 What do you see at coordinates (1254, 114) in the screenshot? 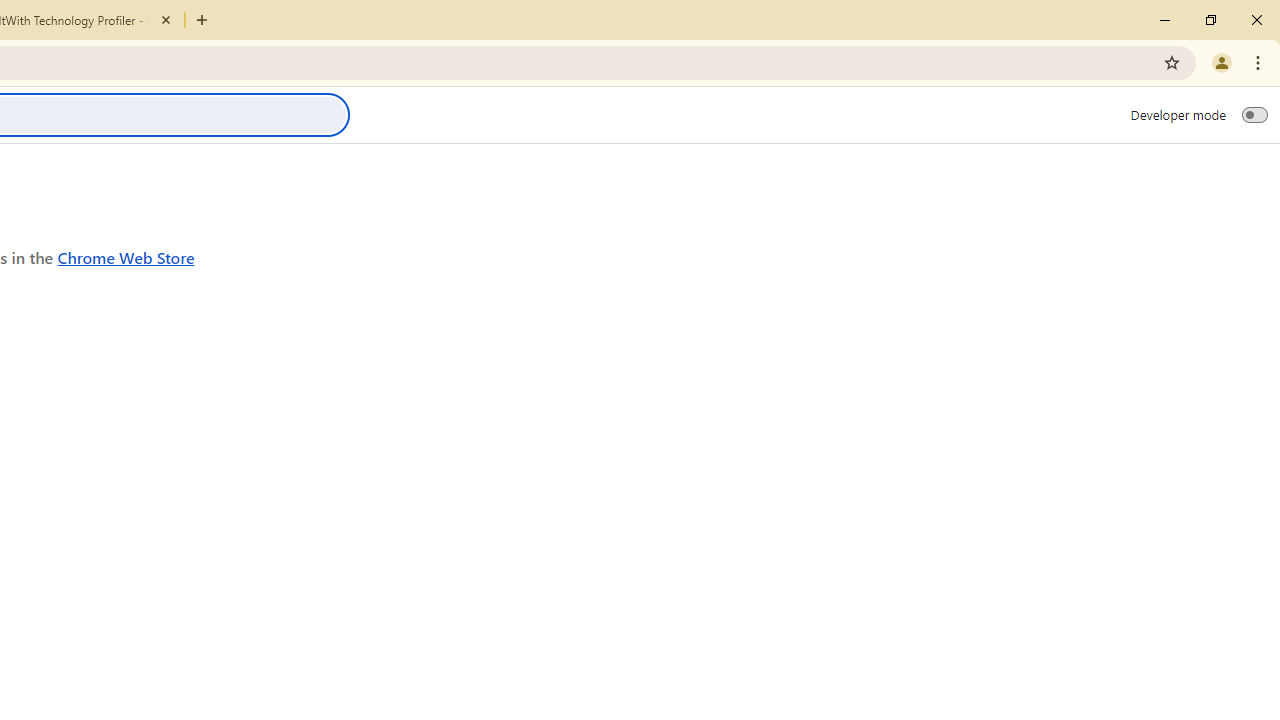
I see `'Developer mode'` at bounding box center [1254, 114].